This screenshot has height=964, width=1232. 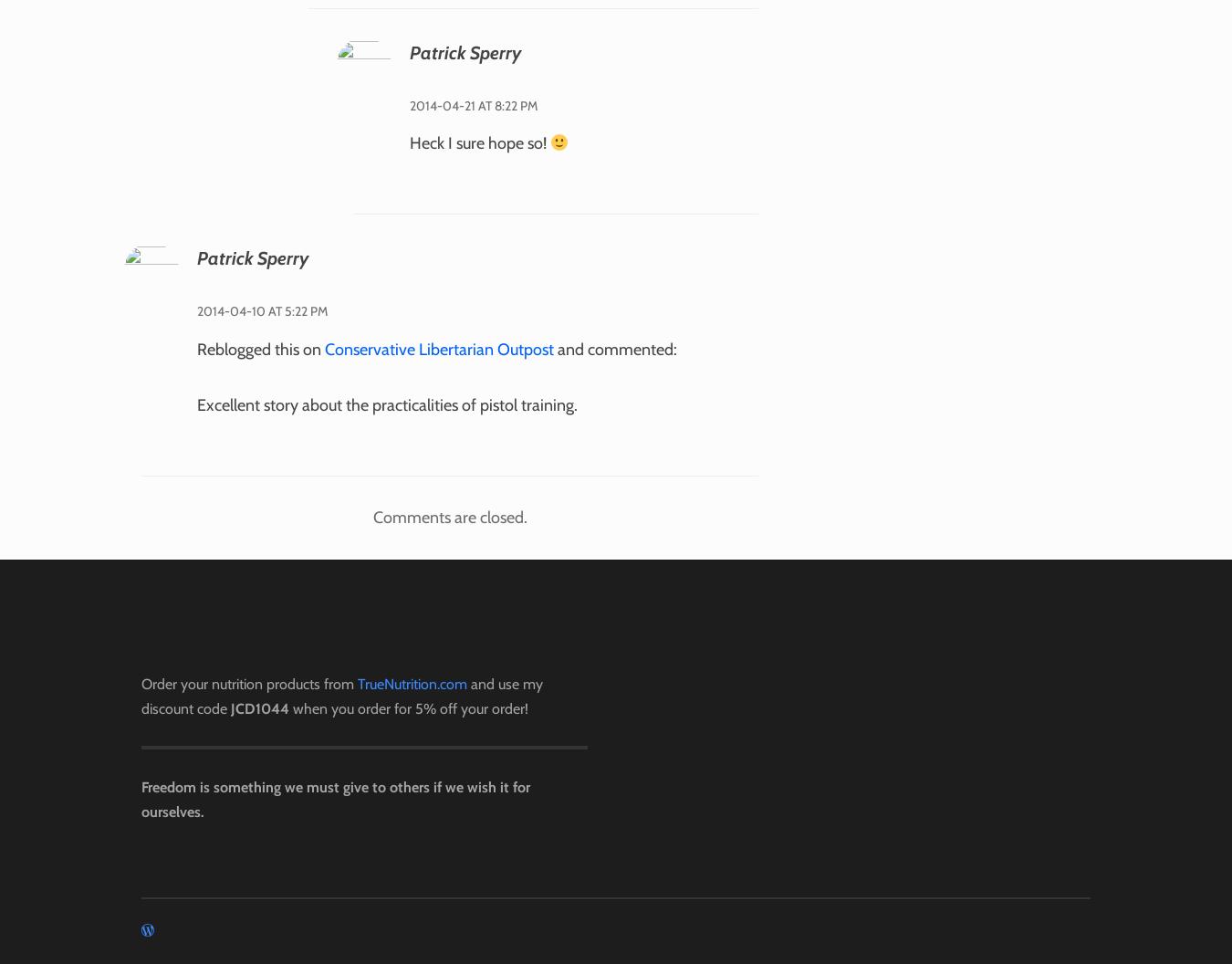 I want to click on 'Order your nutrition products from', so click(x=141, y=682).